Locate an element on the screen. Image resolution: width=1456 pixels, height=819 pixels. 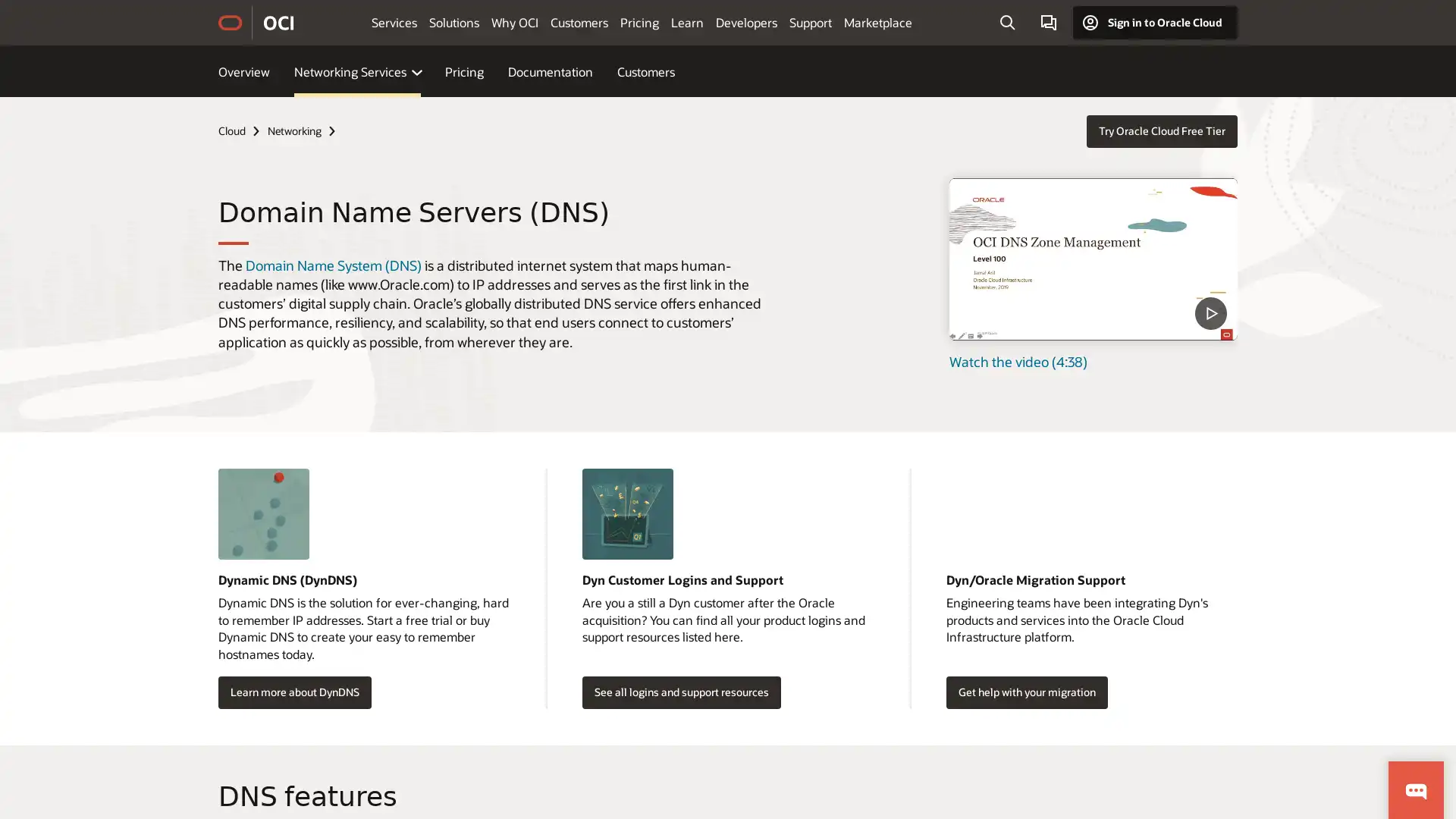
Customers is located at coordinates (578, 22).